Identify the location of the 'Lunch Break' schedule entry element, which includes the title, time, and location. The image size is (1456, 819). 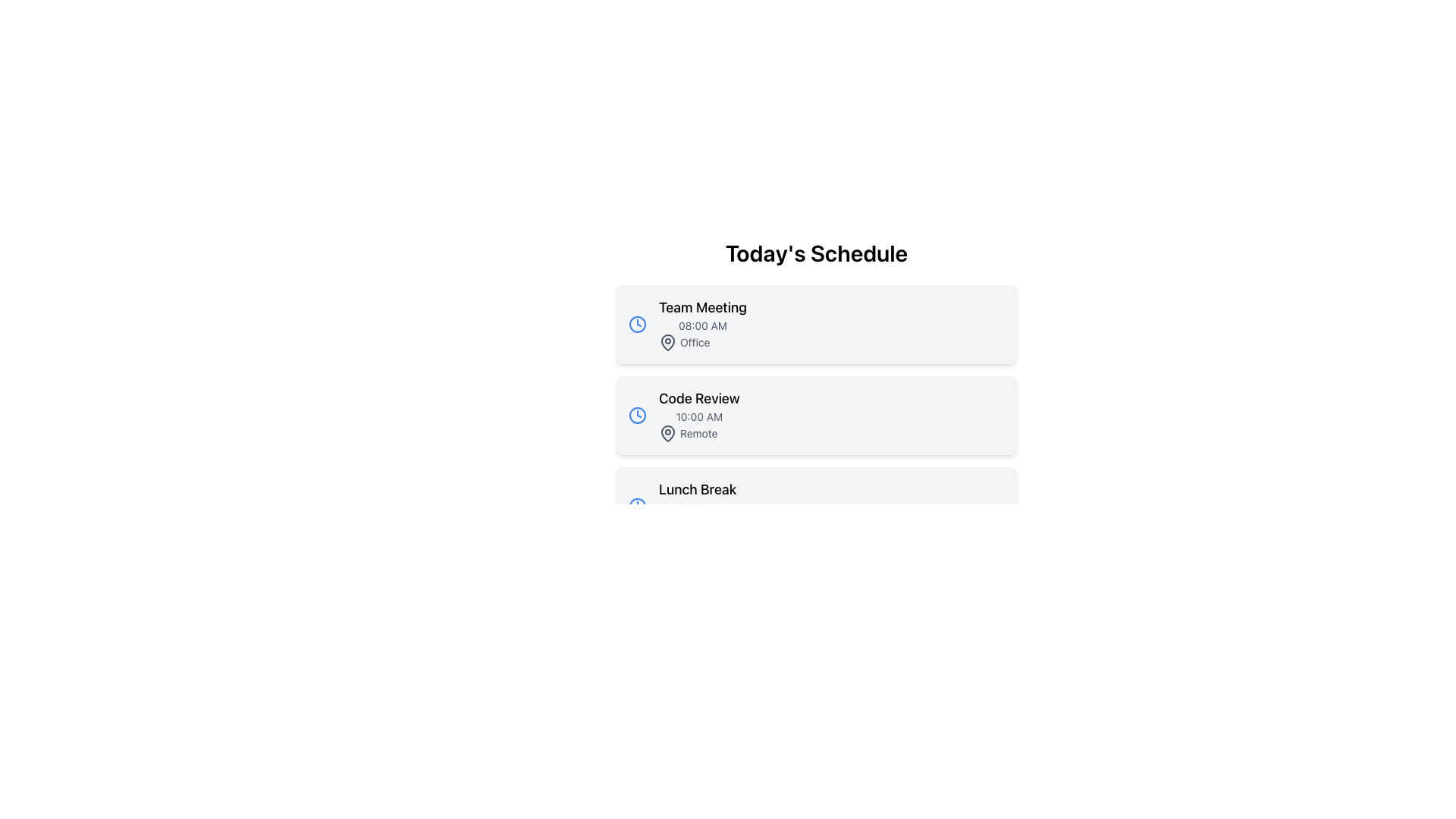
(697, 506).